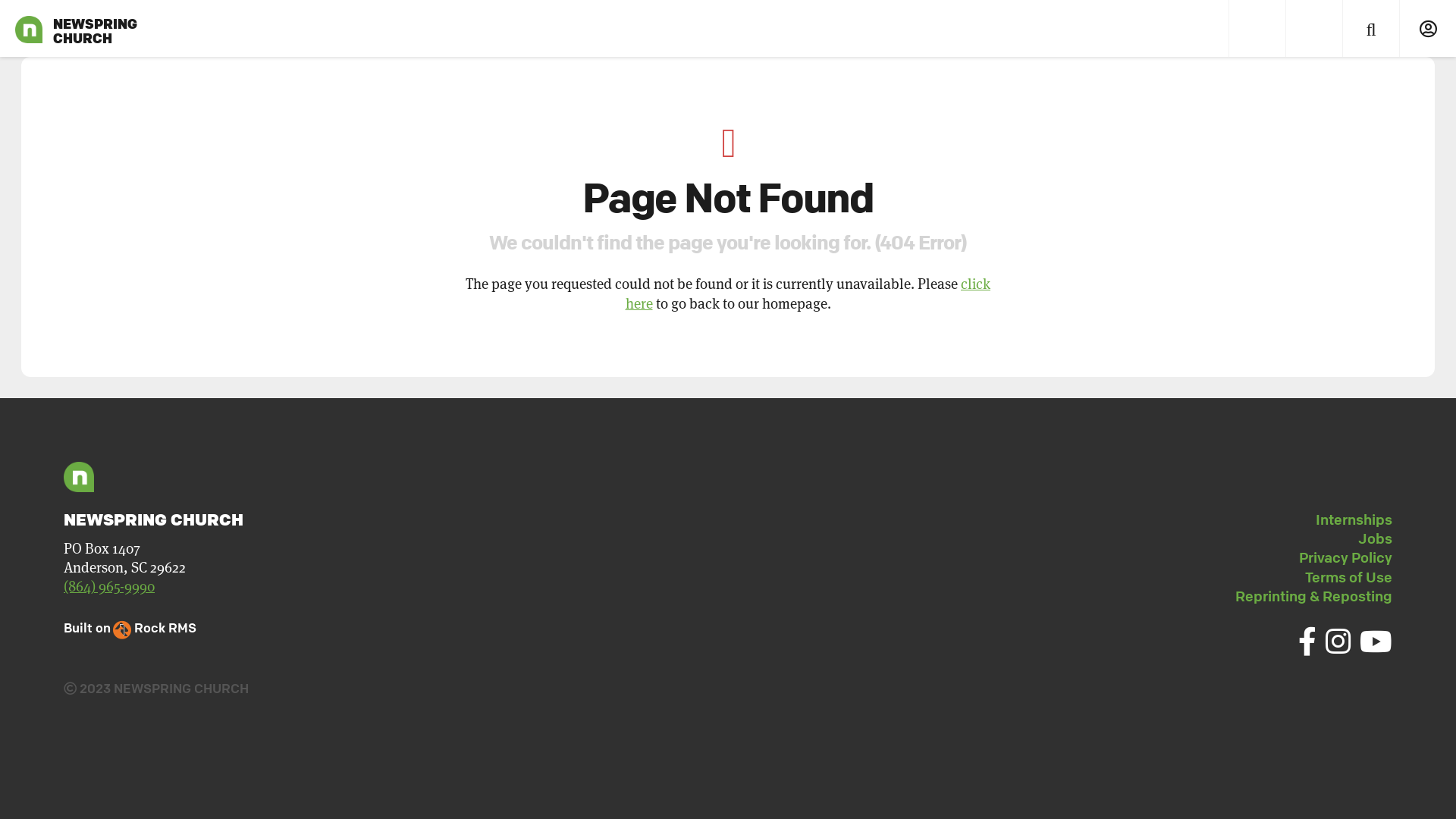  What do you see at coordinates (807, 293) in the screenshot?
I see `'click here'` at bounding box center [807, 293].